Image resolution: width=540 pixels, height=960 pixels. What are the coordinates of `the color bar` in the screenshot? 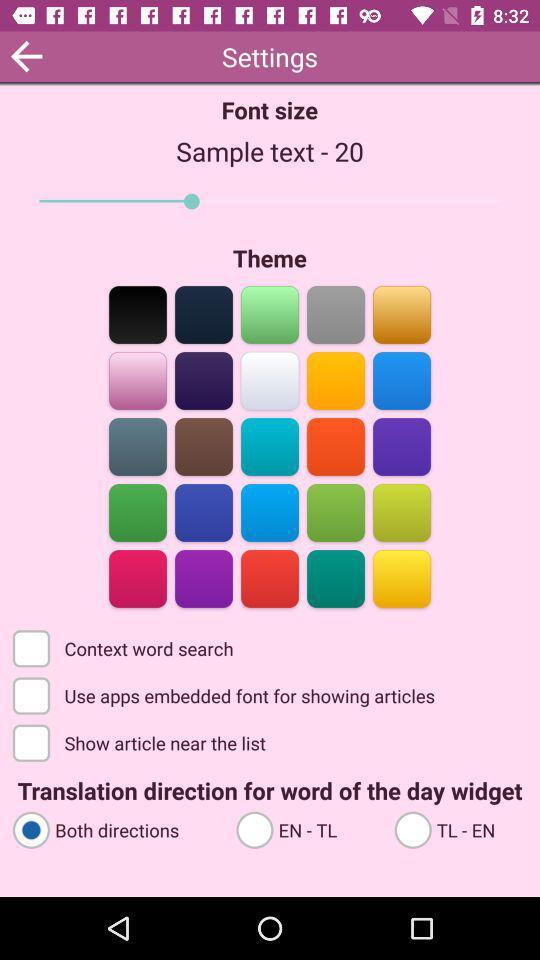 It's located at (137, 445).